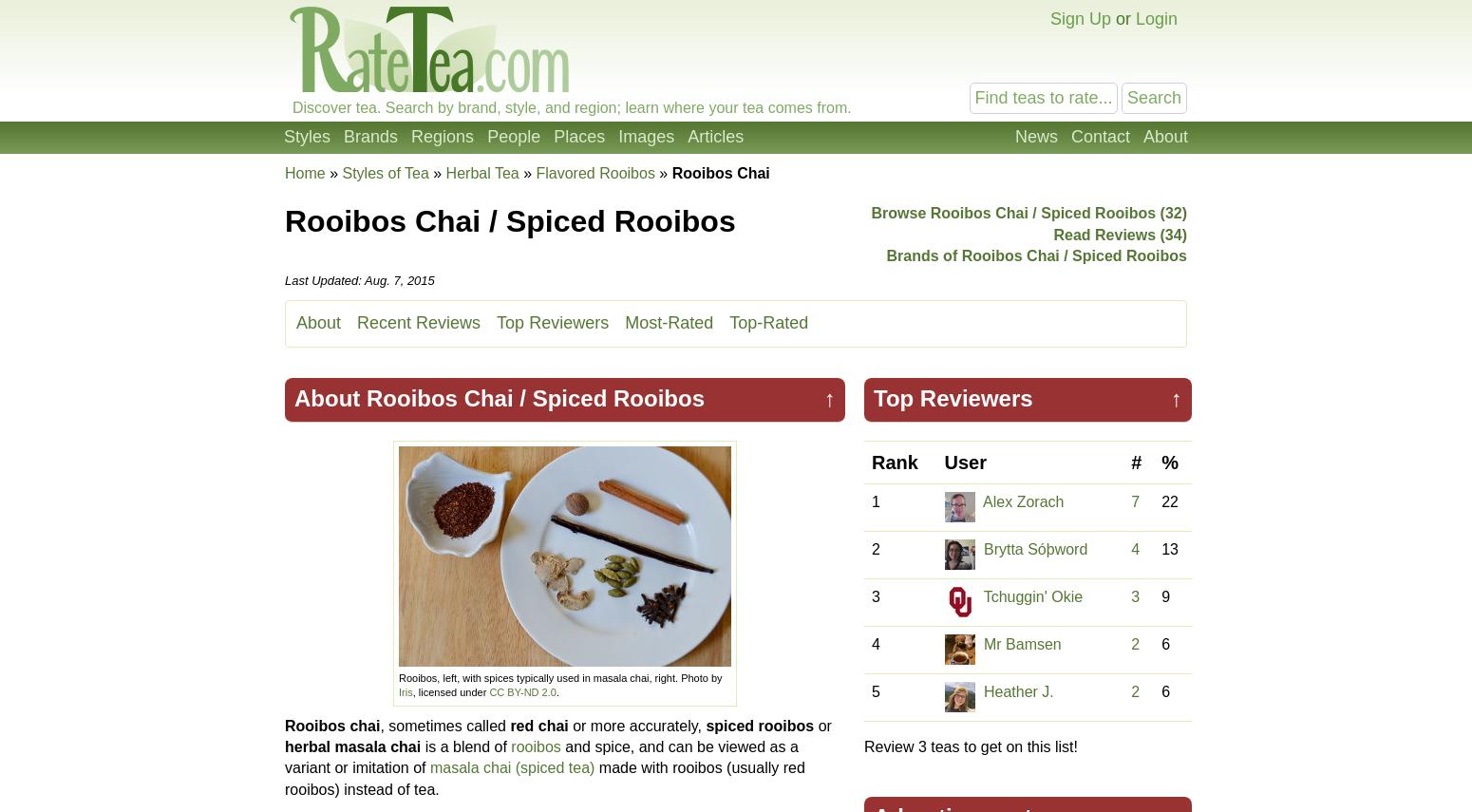  Describe the element at coordinates (1120, 233) in the screenshot. I see `'Read Reviews (34)'` at that location.